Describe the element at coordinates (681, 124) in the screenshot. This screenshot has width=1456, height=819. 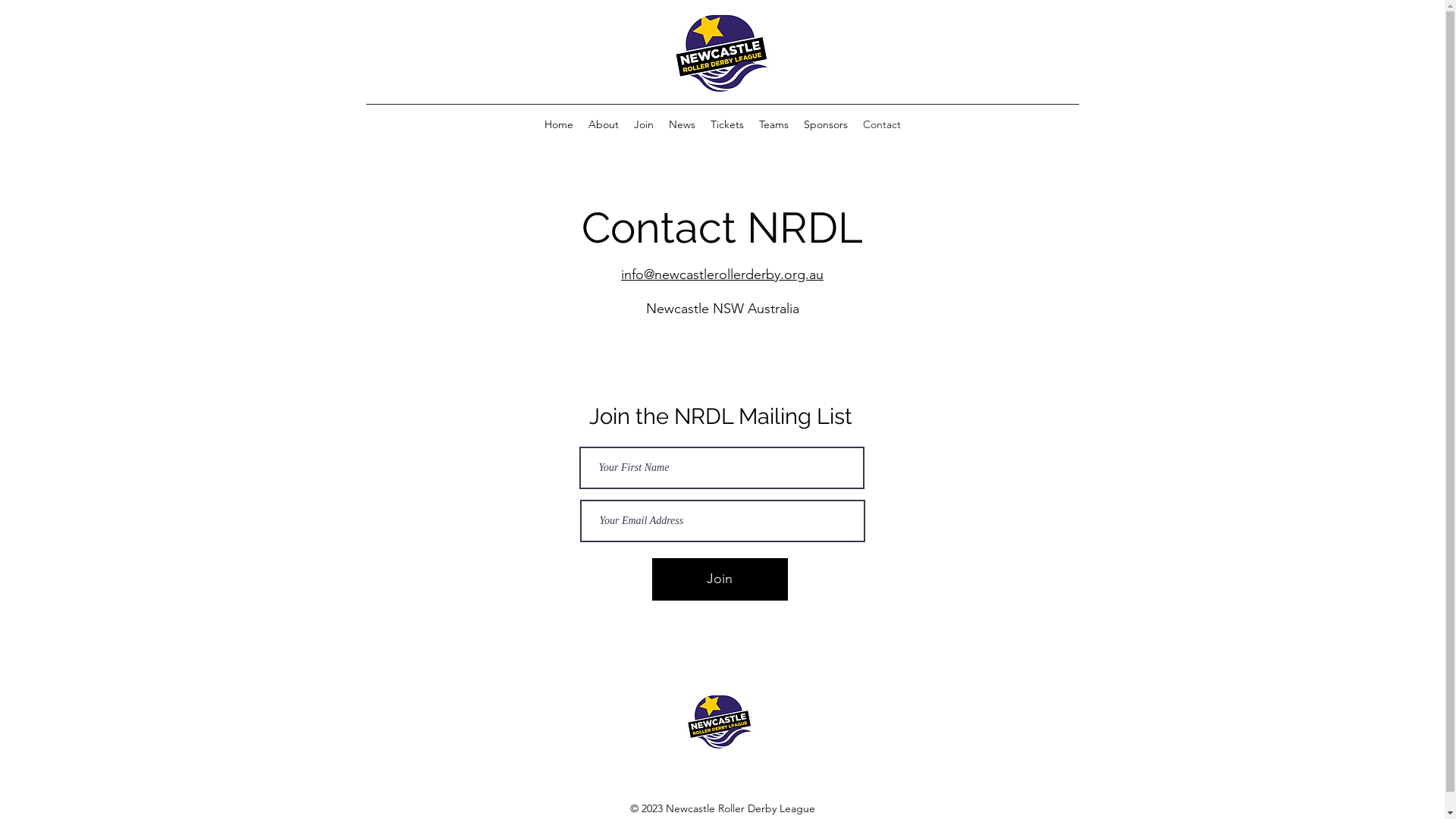
I see `'News'` at that location.